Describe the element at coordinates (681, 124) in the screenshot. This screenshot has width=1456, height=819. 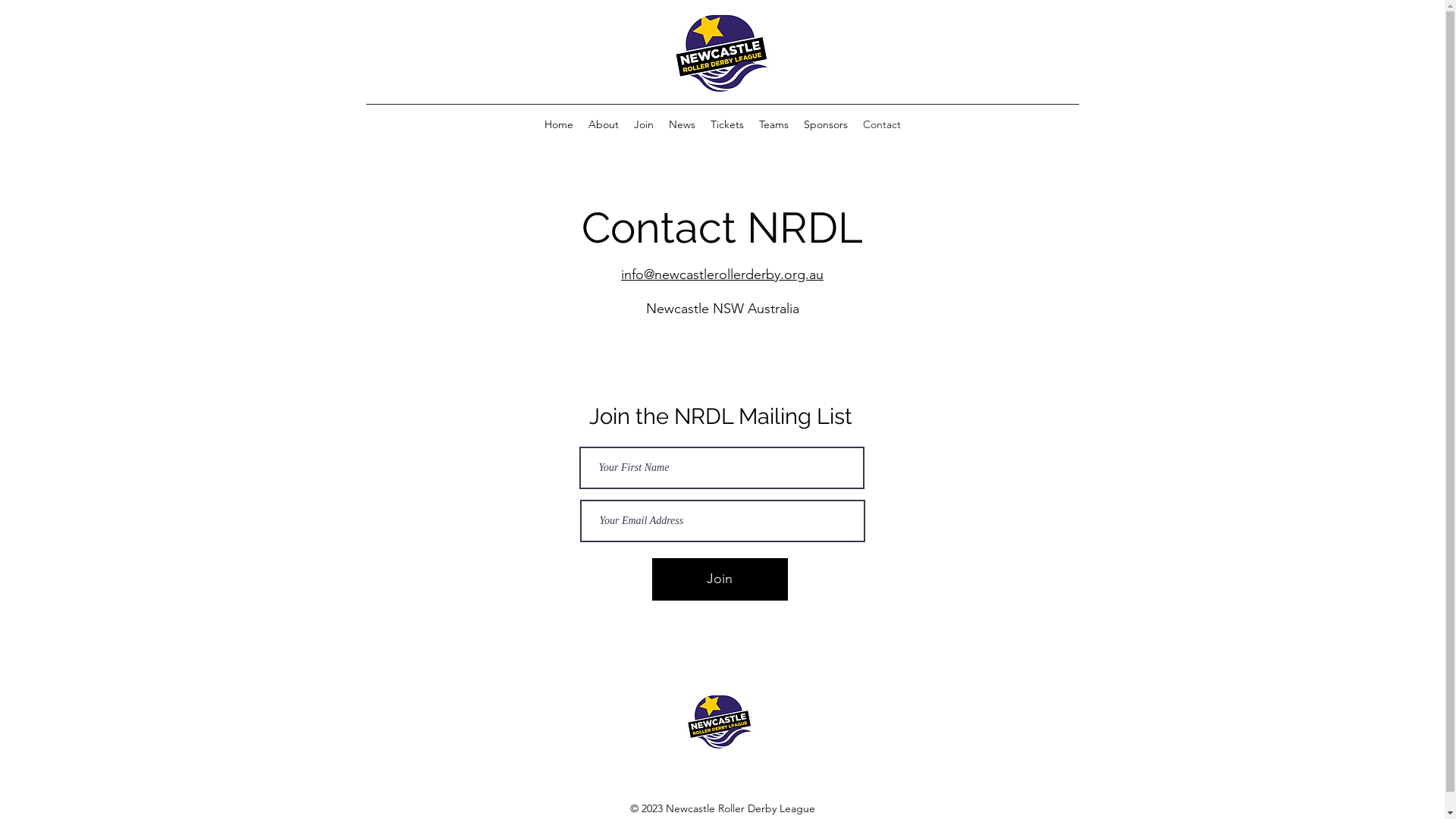
I see `'News'` at that location.